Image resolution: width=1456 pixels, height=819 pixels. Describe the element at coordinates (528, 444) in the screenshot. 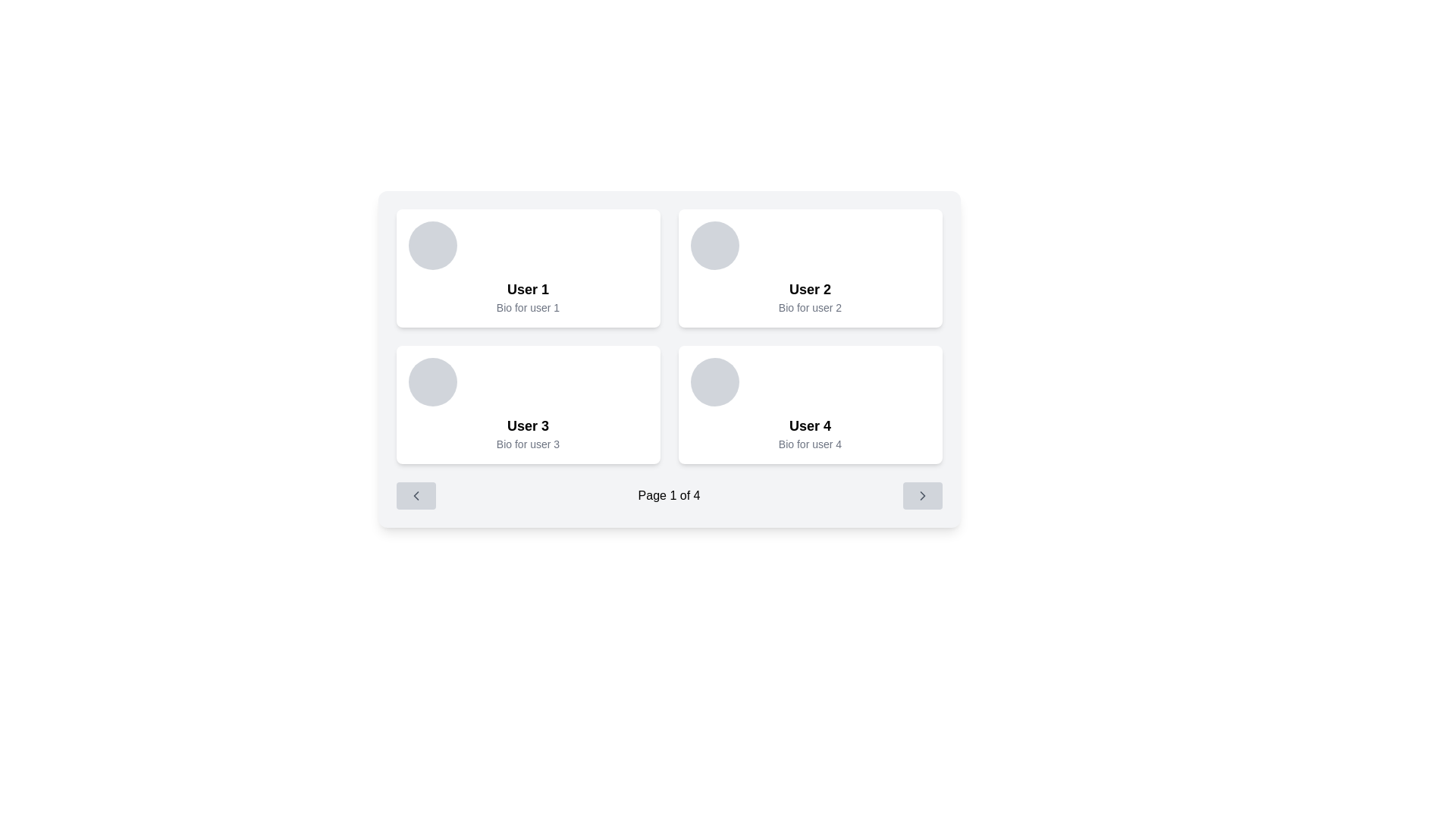

I see `the text label displaying supplementary information for 'User 3', which is located within the user profile card, below the username and above the bottom boundary of the card` at that location.